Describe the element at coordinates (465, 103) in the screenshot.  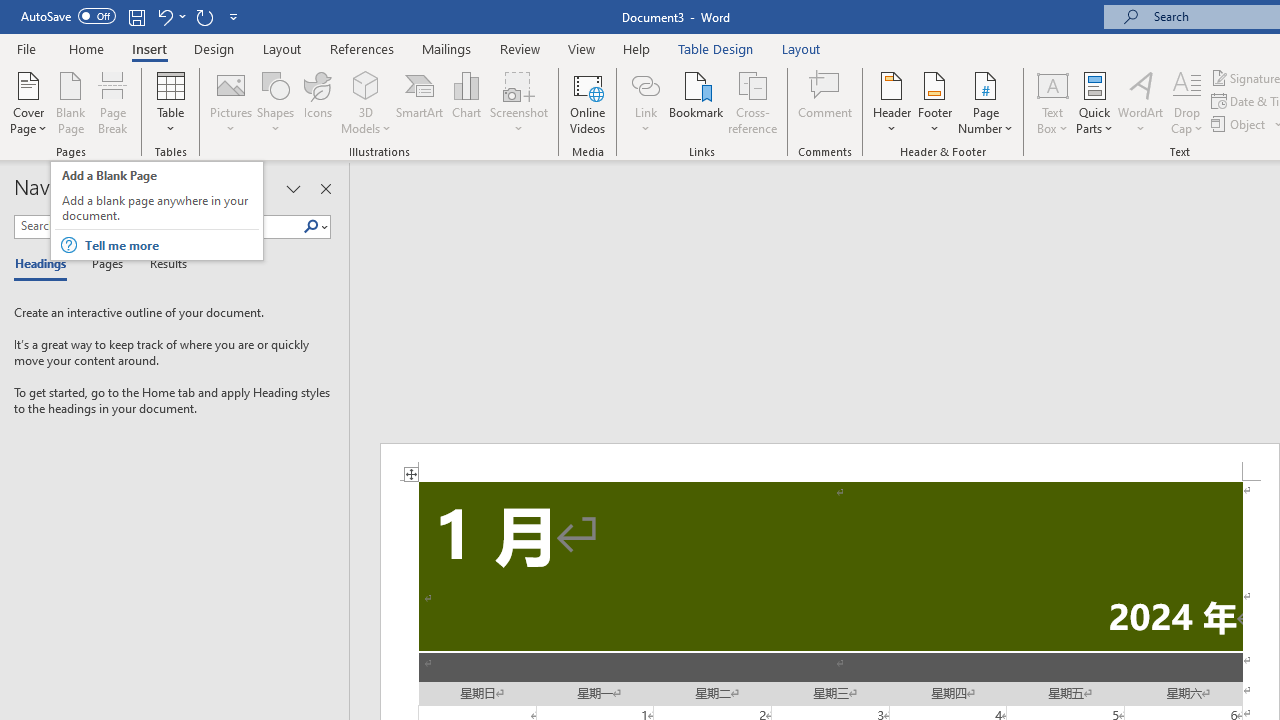
I see `'Chart...'` at that location.